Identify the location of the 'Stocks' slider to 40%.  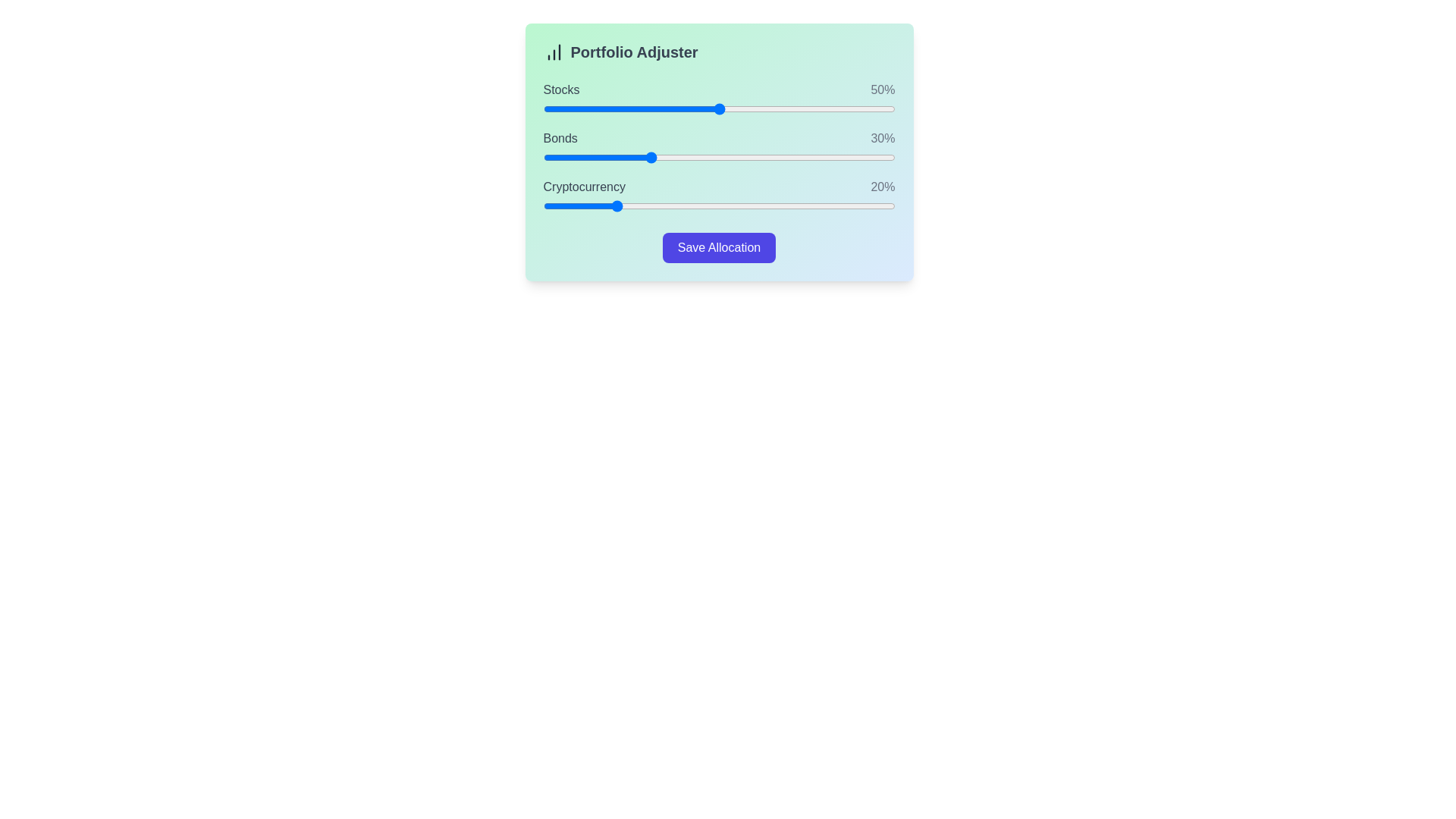
(683, 108).